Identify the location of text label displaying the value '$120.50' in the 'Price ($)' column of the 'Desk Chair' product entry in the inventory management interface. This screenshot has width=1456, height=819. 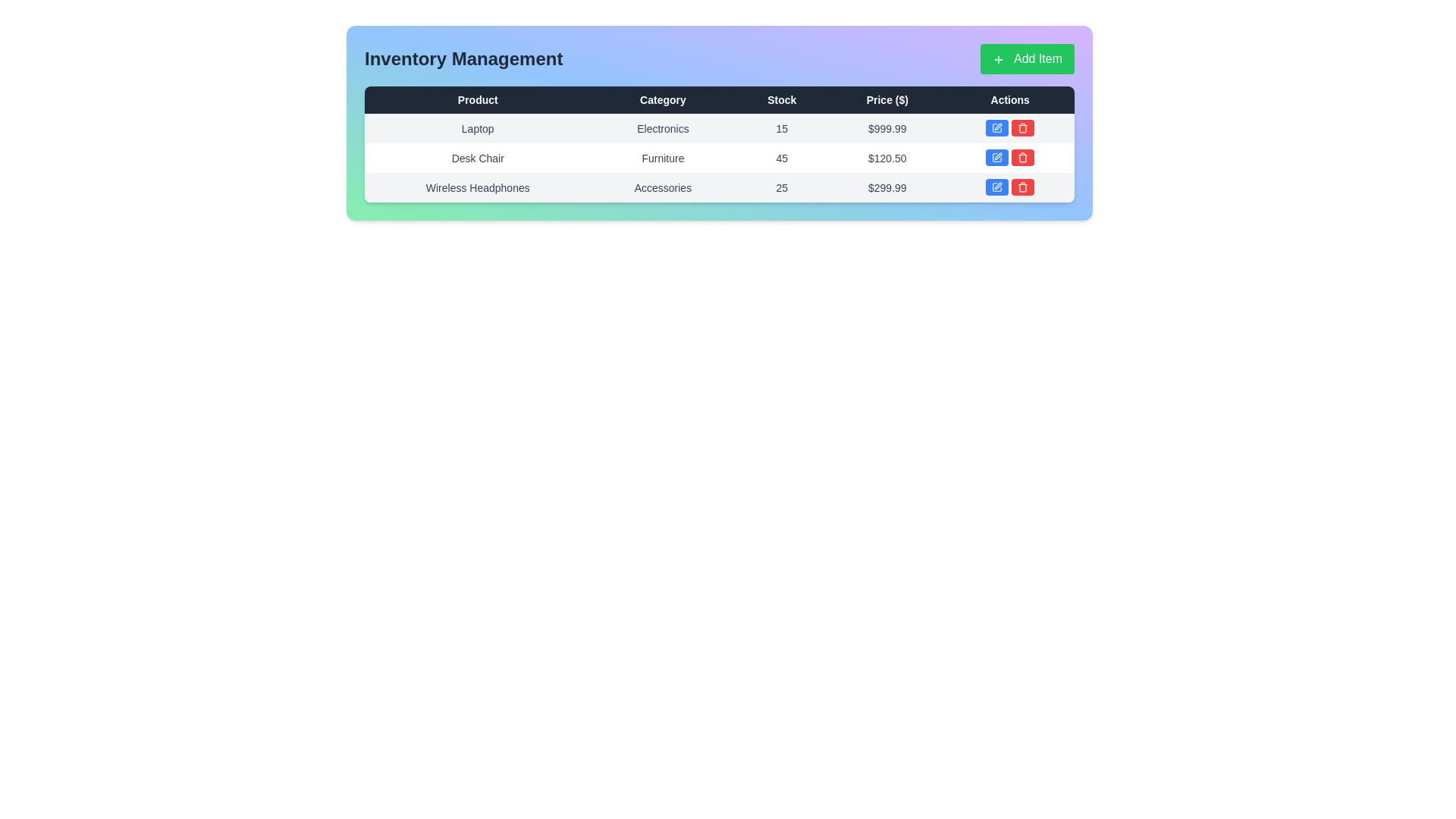
(887, 158).